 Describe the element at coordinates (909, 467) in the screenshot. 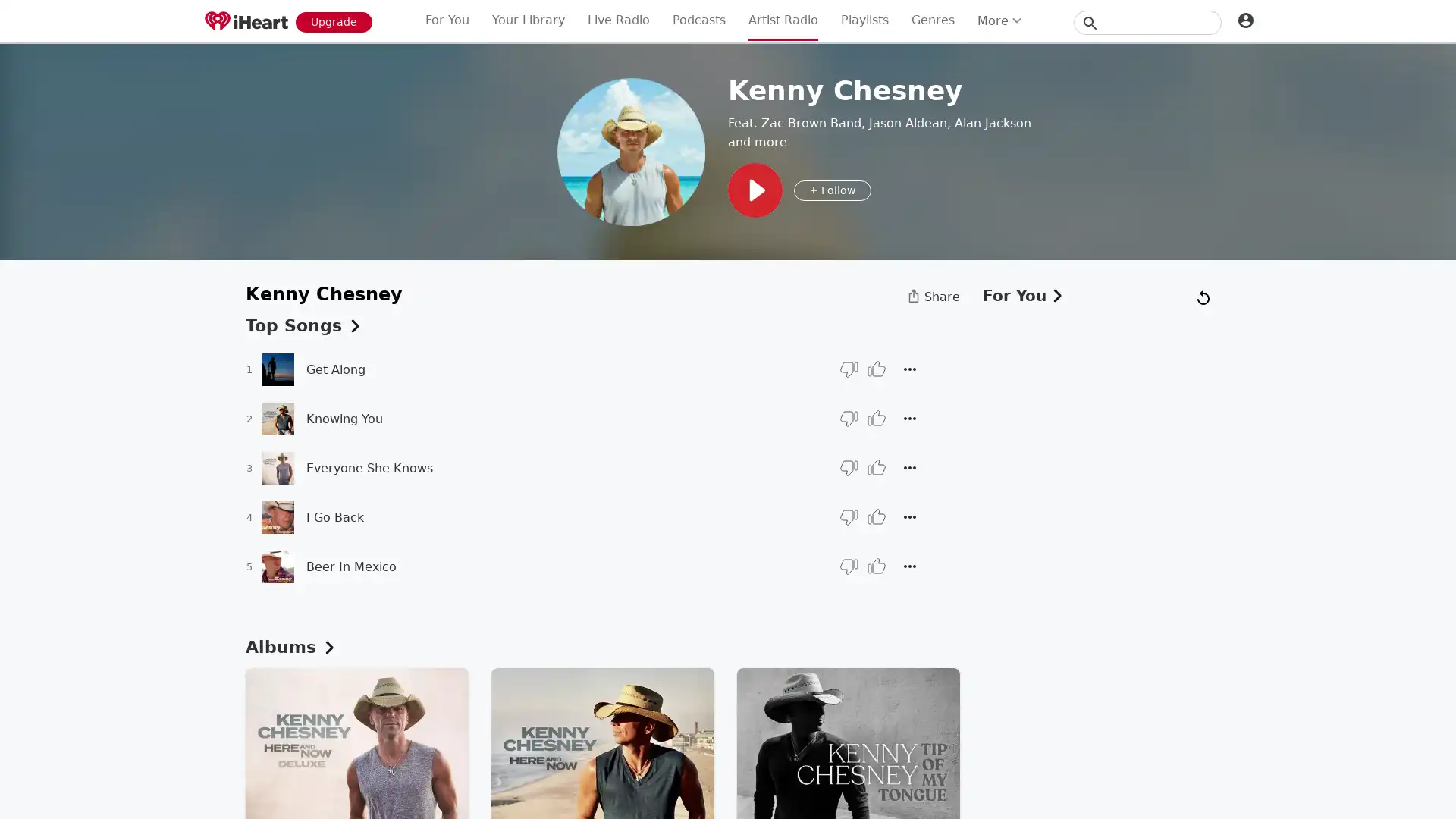

I see `More` at that location.